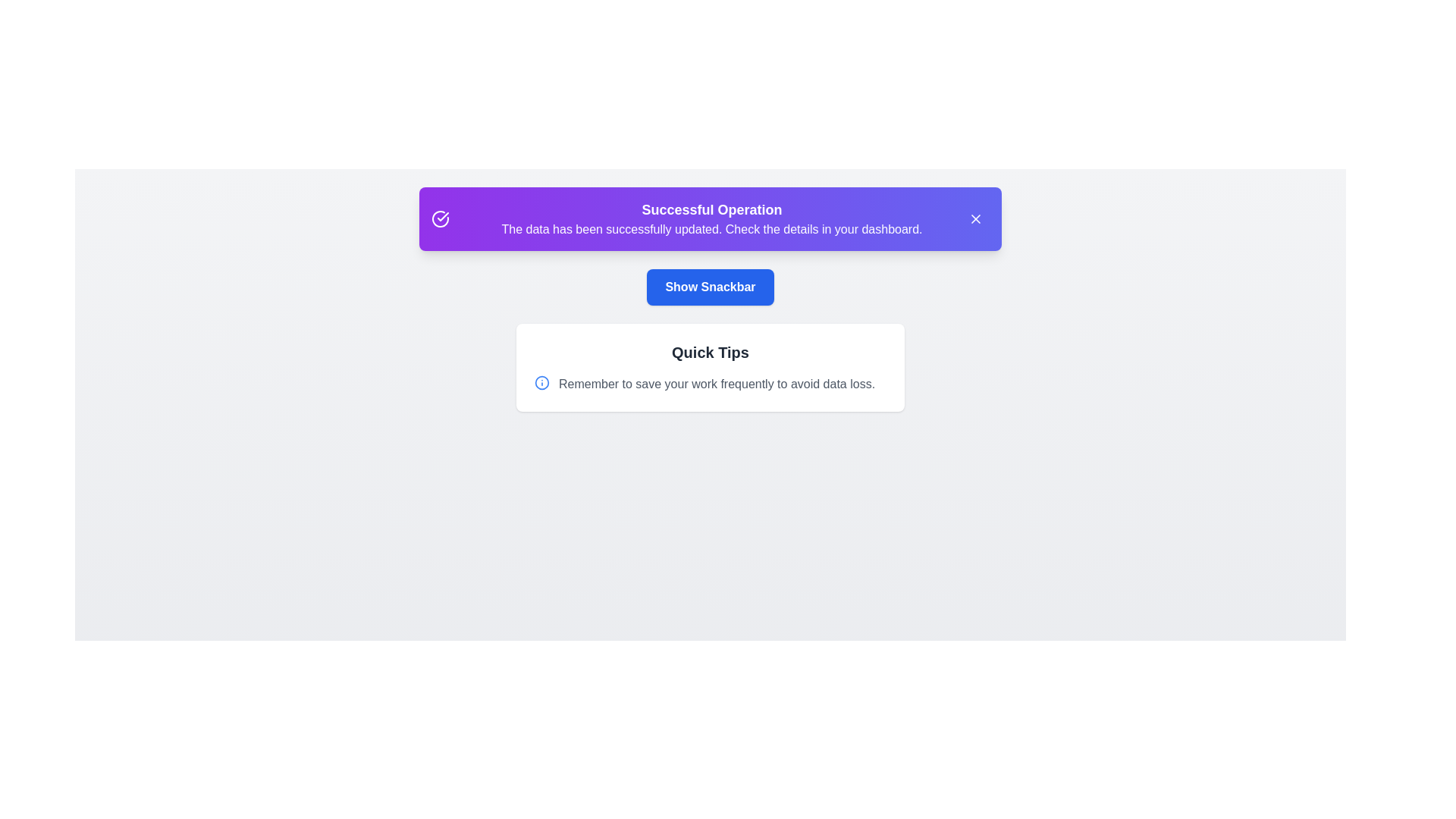 The height and width of the screenshot is (819, 1456). I want to click on the informational icon in the 'Quick Tips' section, so click(542, 382).